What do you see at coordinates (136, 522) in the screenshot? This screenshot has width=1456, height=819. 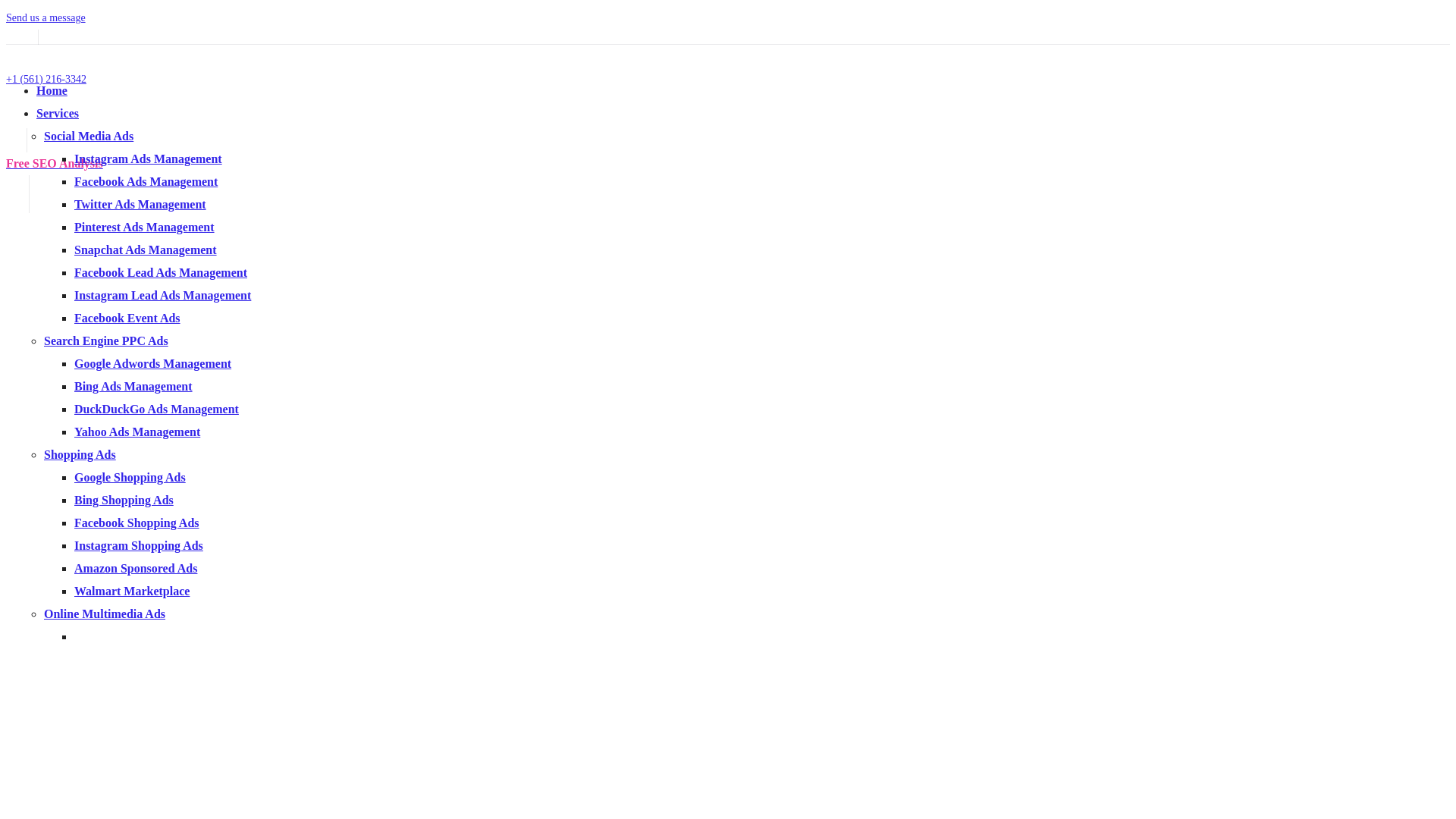 I see `'Facebook Shopping Ads'` at bounding box center [136, 522].